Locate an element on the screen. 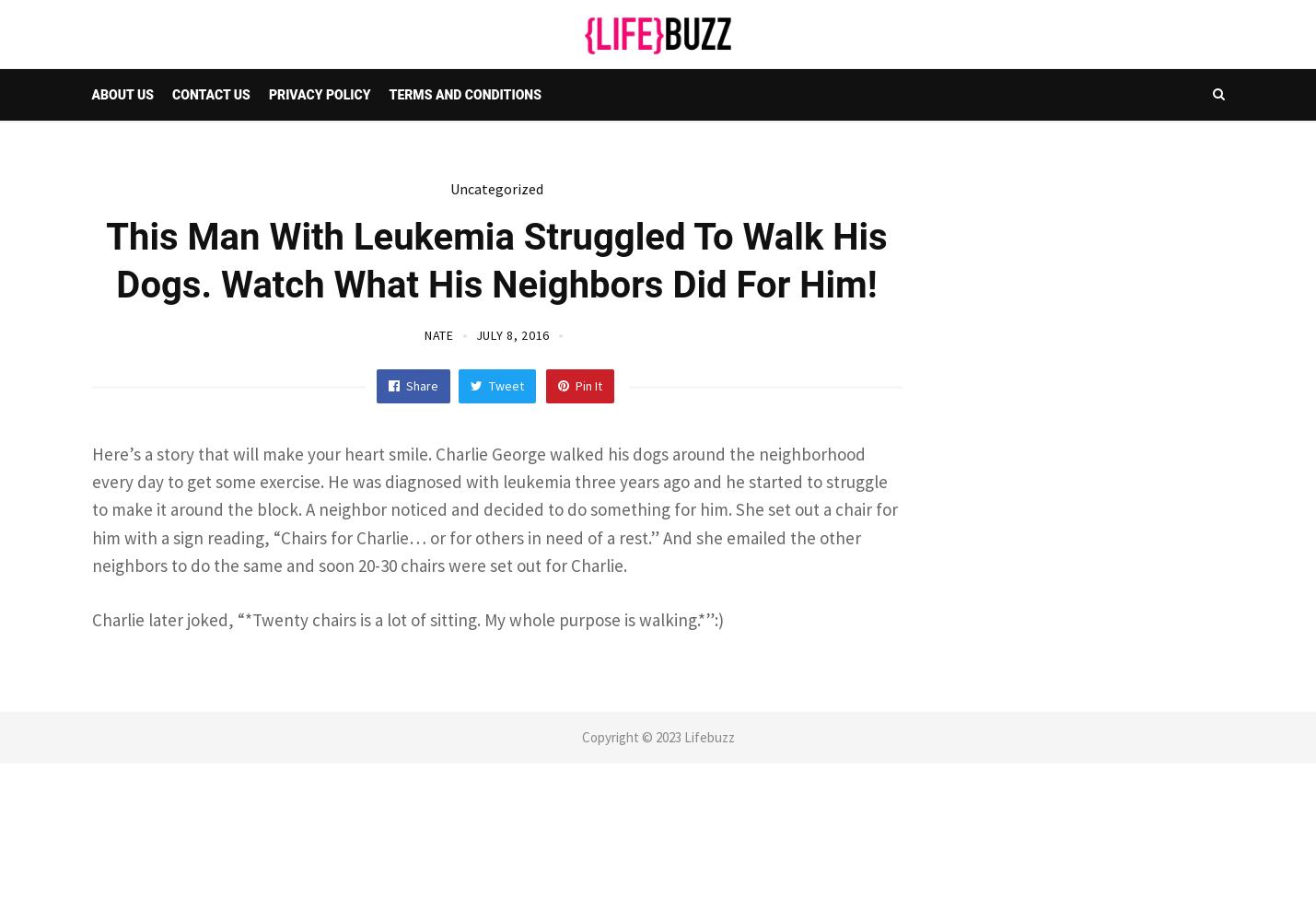  'Nate' is located at coordinates (437, 333).